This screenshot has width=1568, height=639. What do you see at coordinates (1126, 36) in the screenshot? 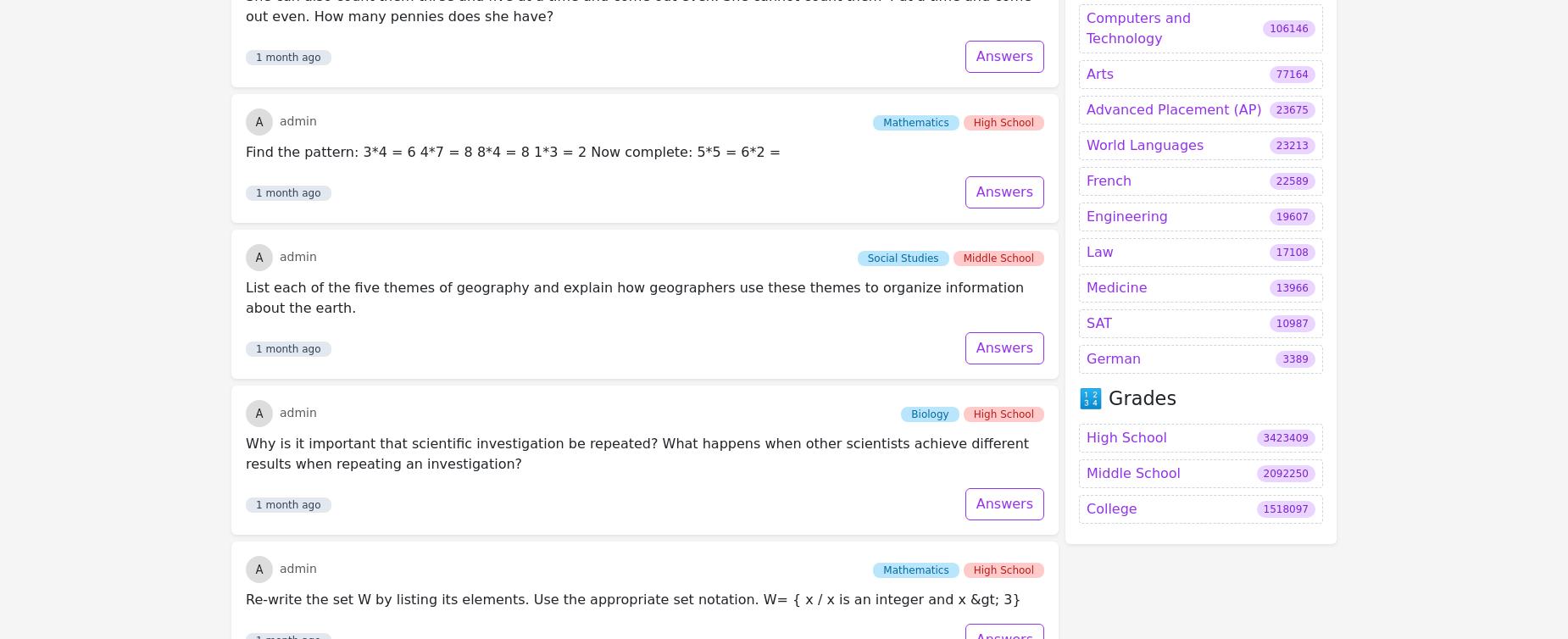
I see `'Engineering'` at bounding box center [1126, 36].